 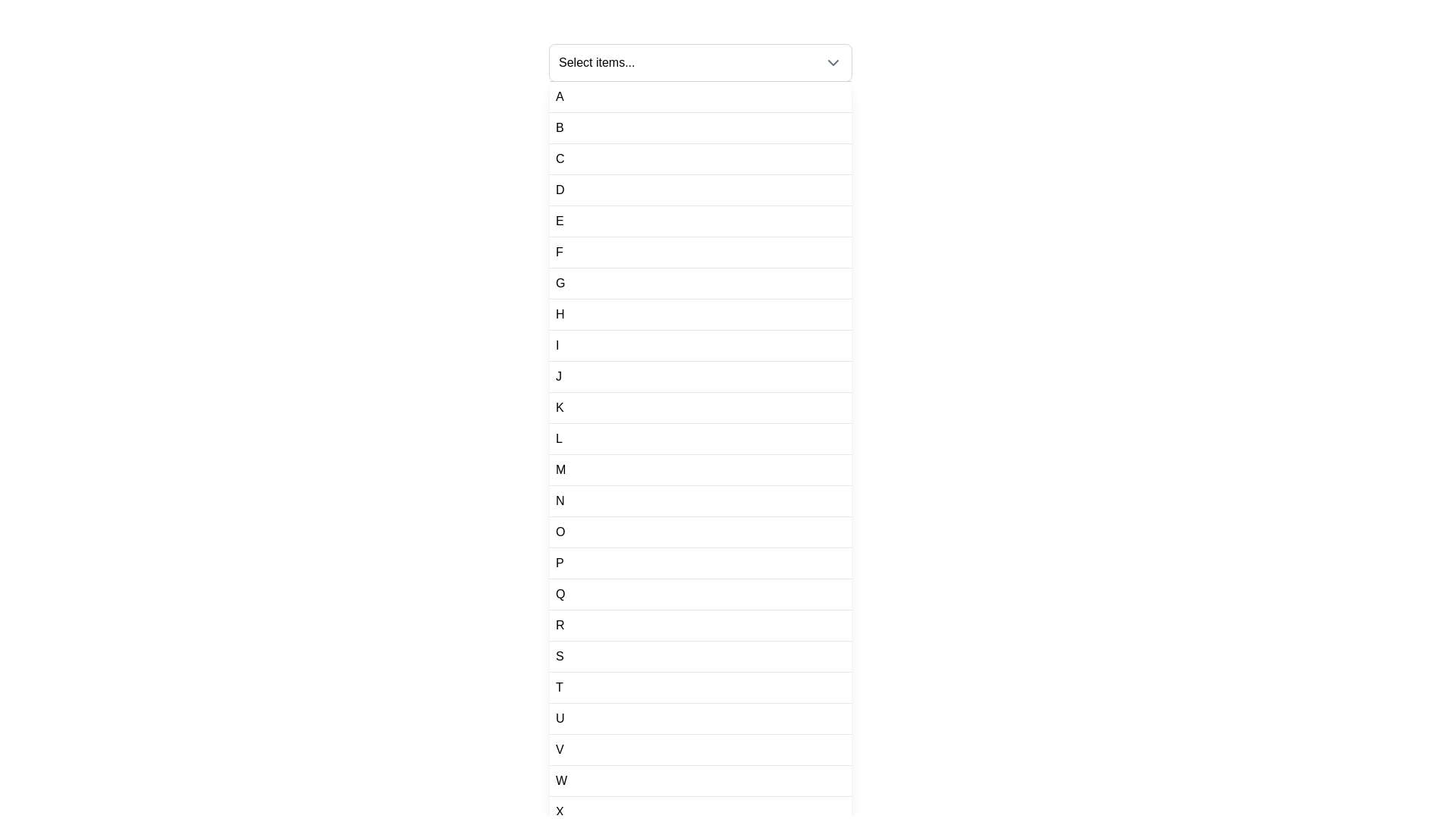 What do you see at coordinates (700, 221) in the screenshot?
I see `the list item representing the letter 'E'` at bounding box center [700, 221].